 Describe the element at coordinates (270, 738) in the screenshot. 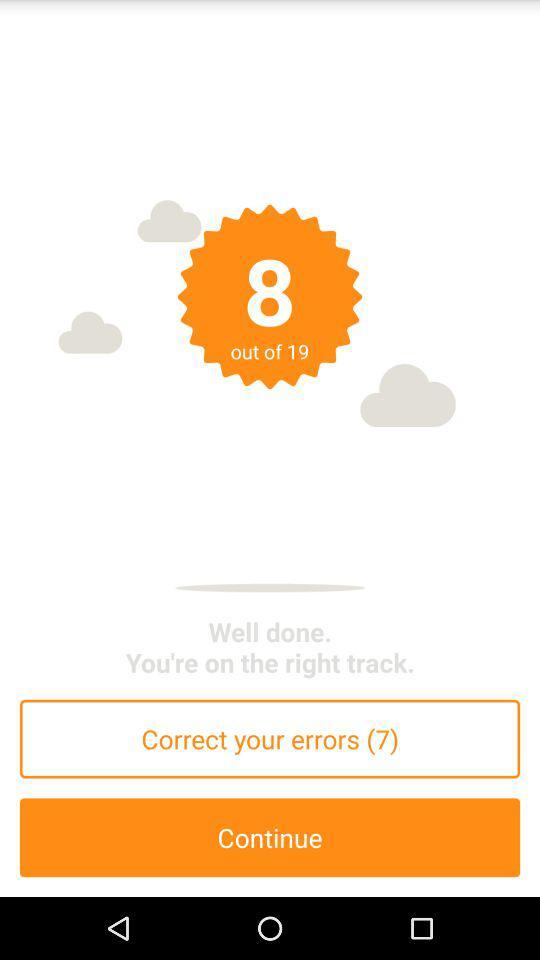

I see `correct your errors item` at that location.